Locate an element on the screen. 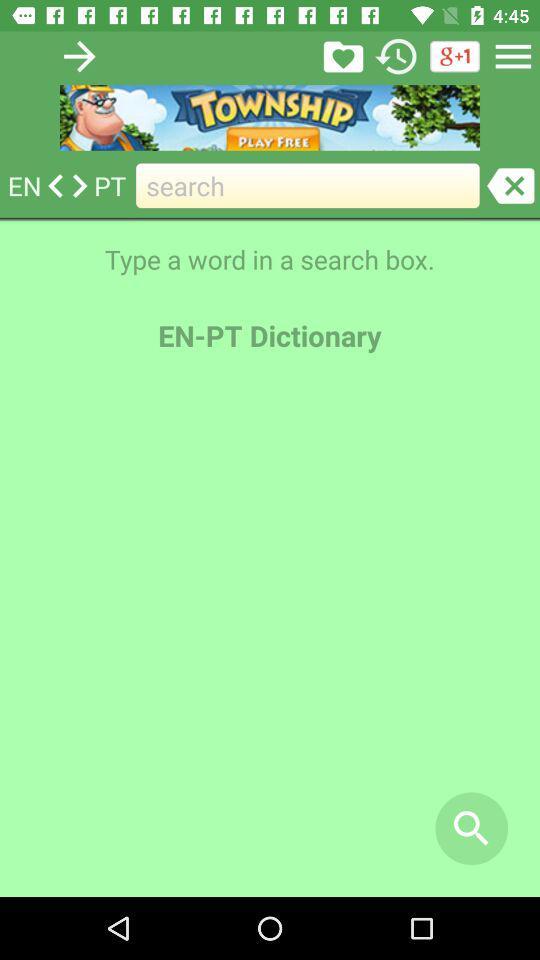 The image size is (540, 960). en-pt dictionary is located at coordinates (342, 55).